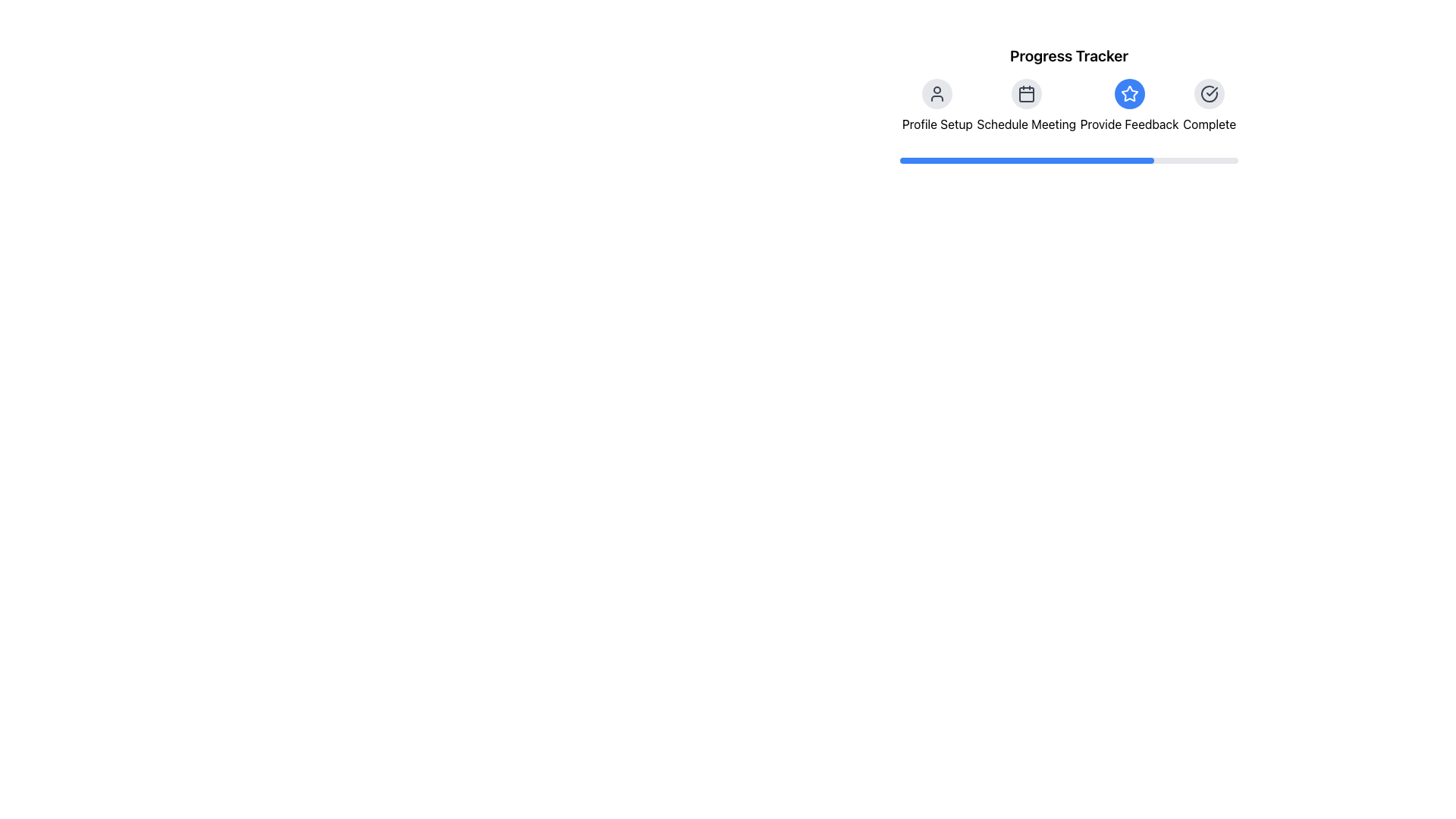  What do you see at coordinates (937, 93) in the screenshot?
I see `the user/profile icon, which is a minimalist circular button located at the leftmost position in a row of similar buttons` at bounding box center [937, 93].